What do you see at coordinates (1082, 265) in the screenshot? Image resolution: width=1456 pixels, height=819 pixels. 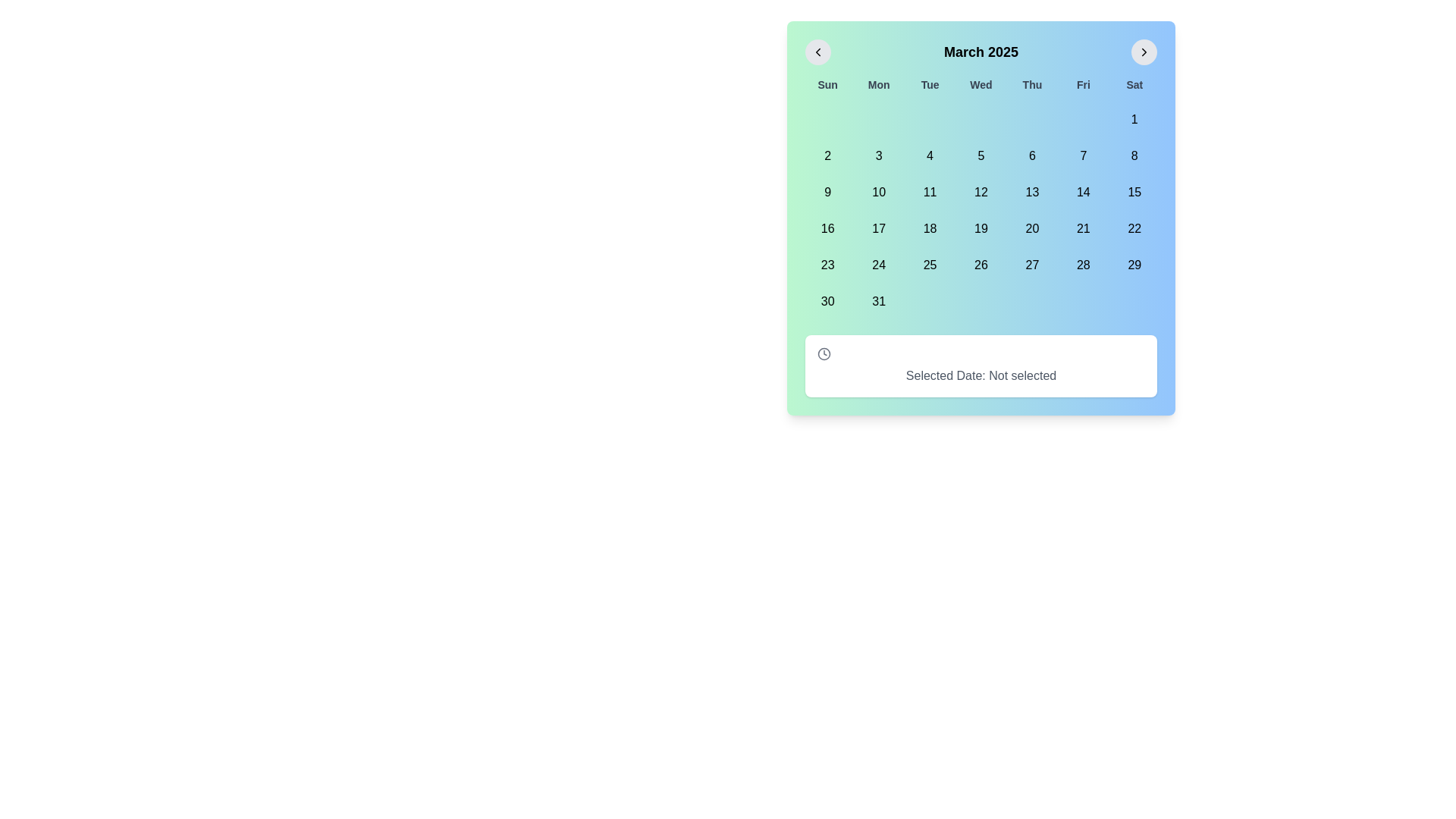 I see `the selectable day button representing the 28th day of the month in the calendar view` at bounding box center [1082, 265].